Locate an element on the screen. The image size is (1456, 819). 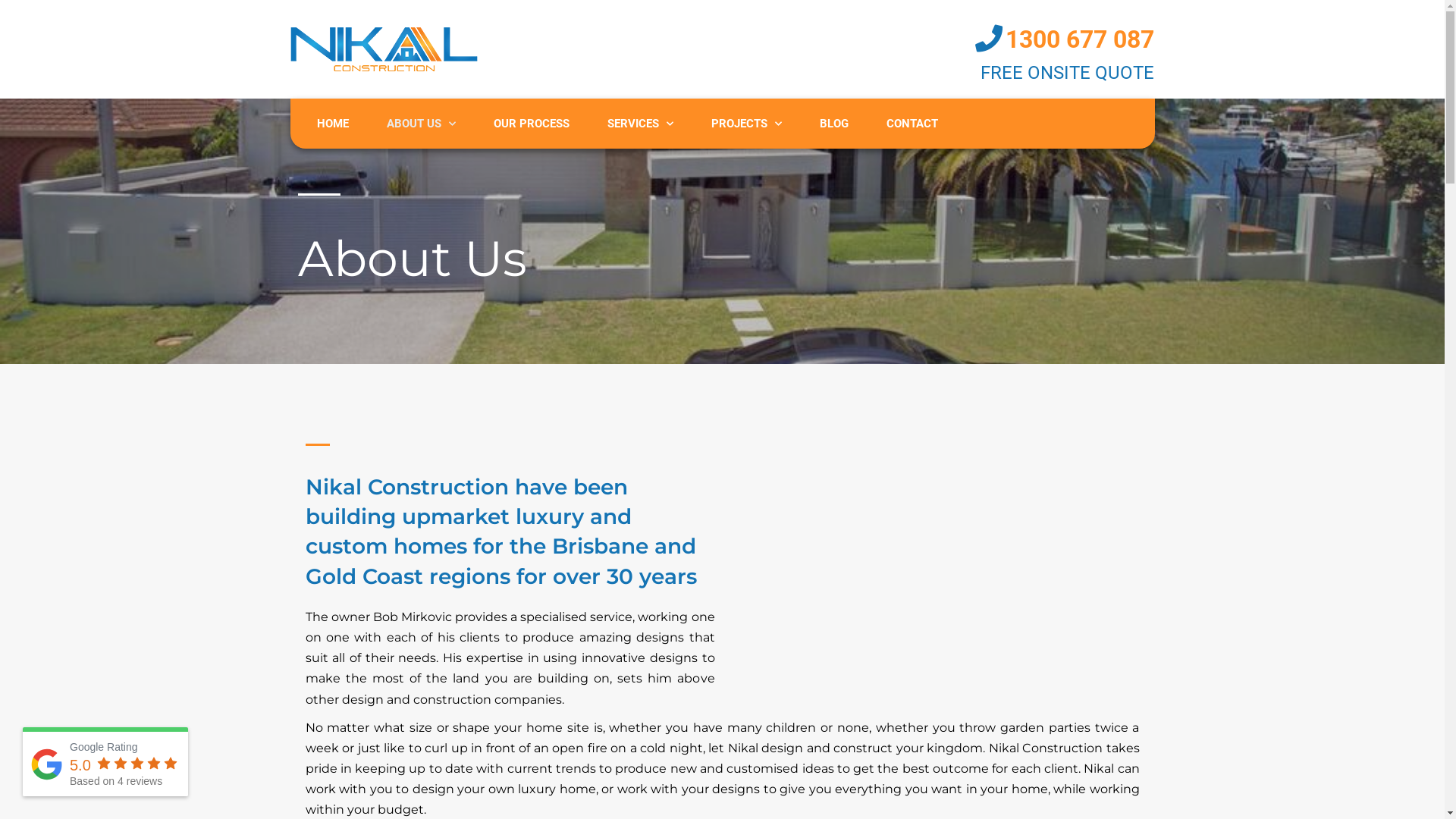
'ABOUT US' is located at coordinates (420, 122).